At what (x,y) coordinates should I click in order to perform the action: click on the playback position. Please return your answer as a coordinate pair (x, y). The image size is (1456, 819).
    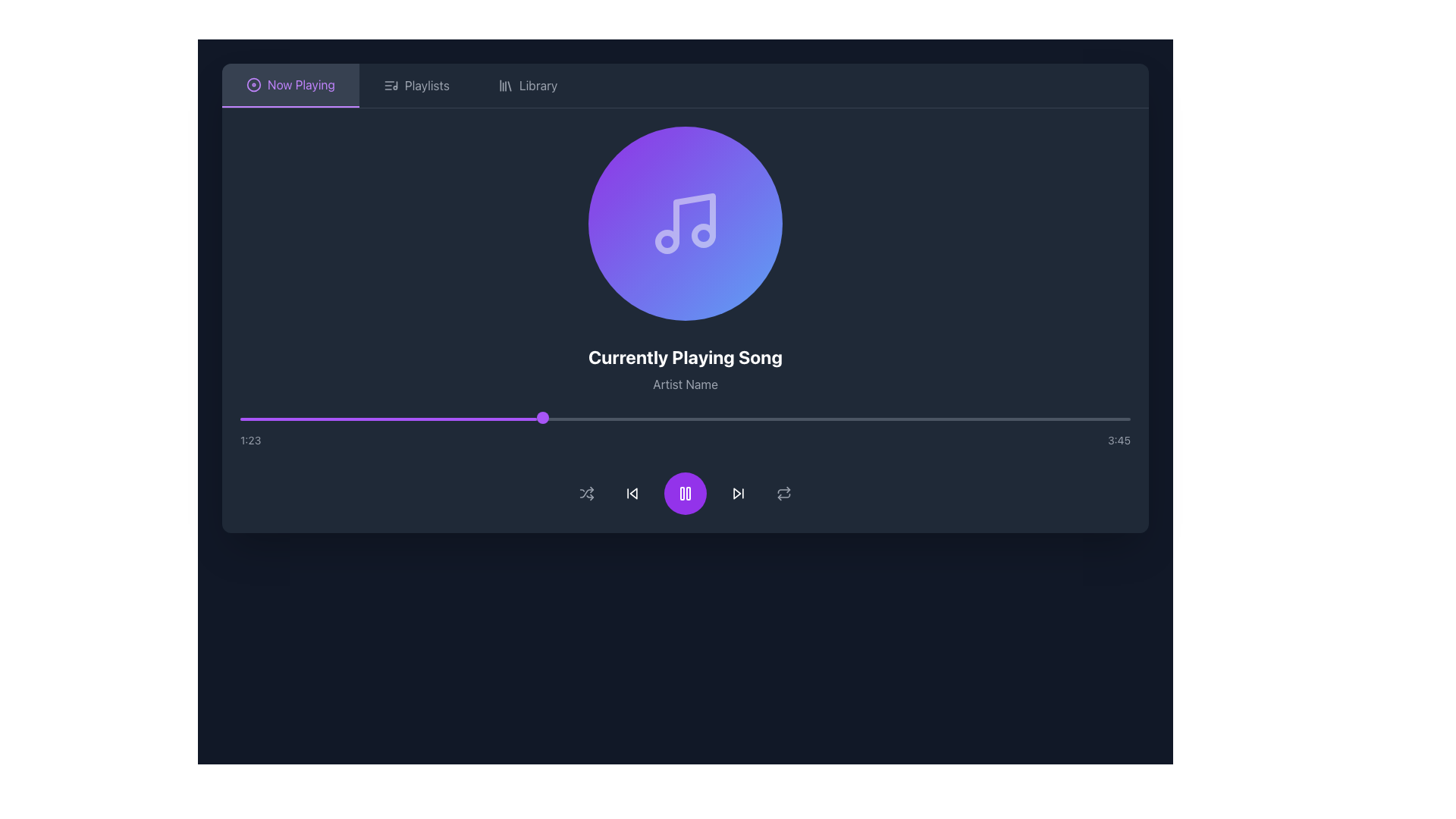
    Looking at the image, I should click on (1070, 419).